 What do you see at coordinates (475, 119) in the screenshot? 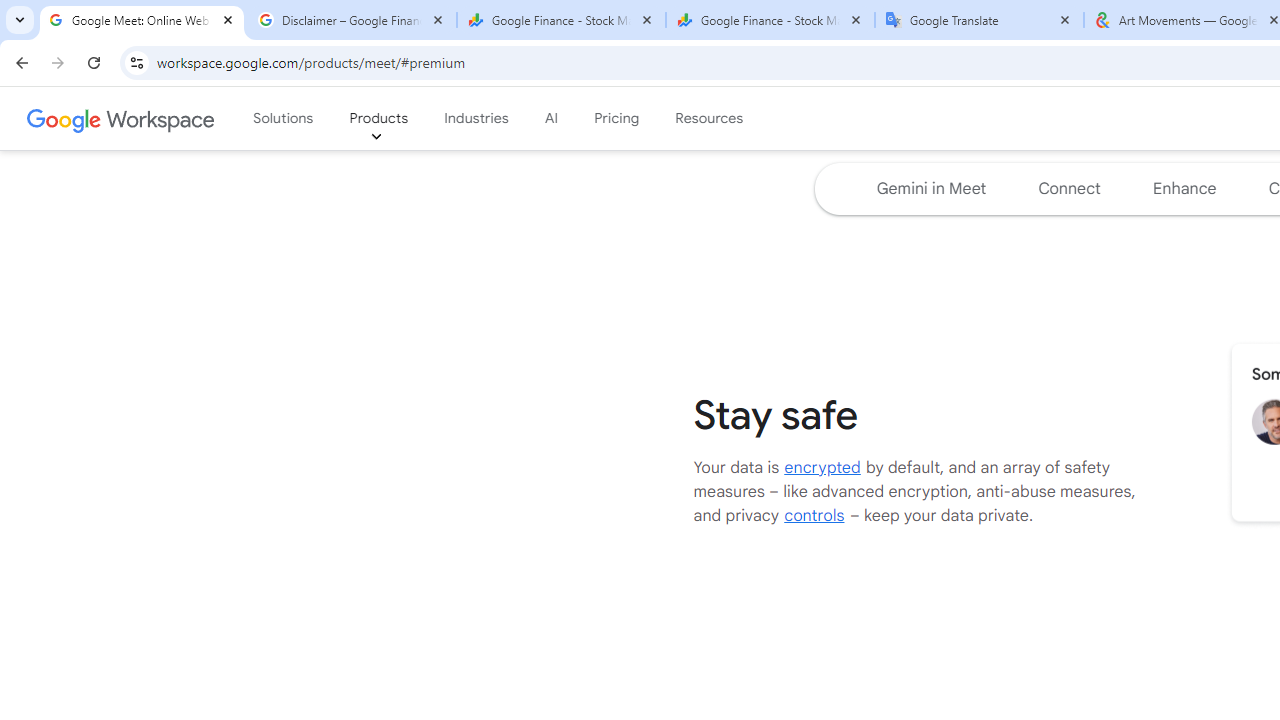
I see `'Industries'` at bounding box center [475, 119].